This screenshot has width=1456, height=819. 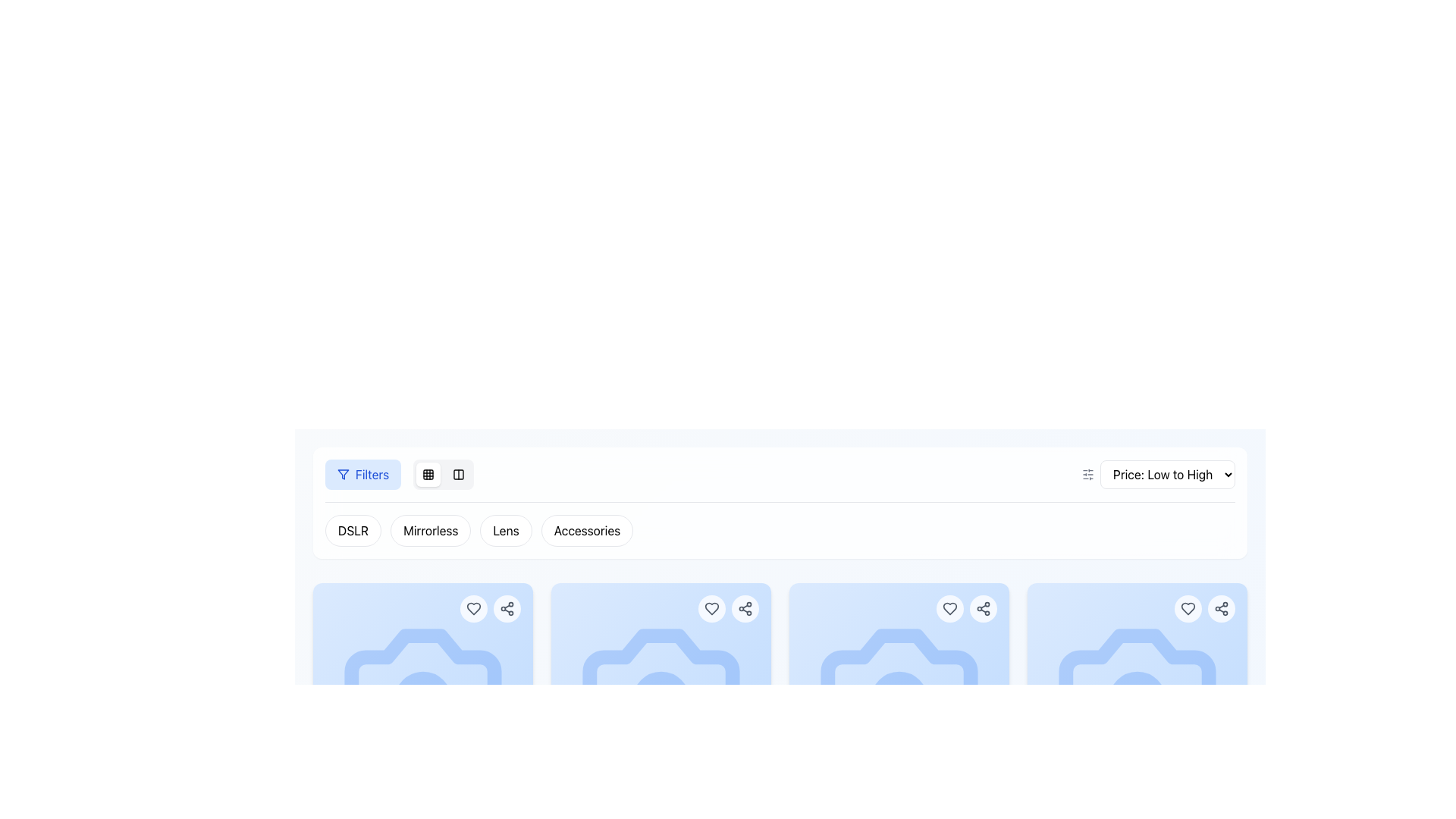 What do you see at coordinates (472, 607) in the screenshot?
I see `the heart icon` at bounding box center [472, 607].